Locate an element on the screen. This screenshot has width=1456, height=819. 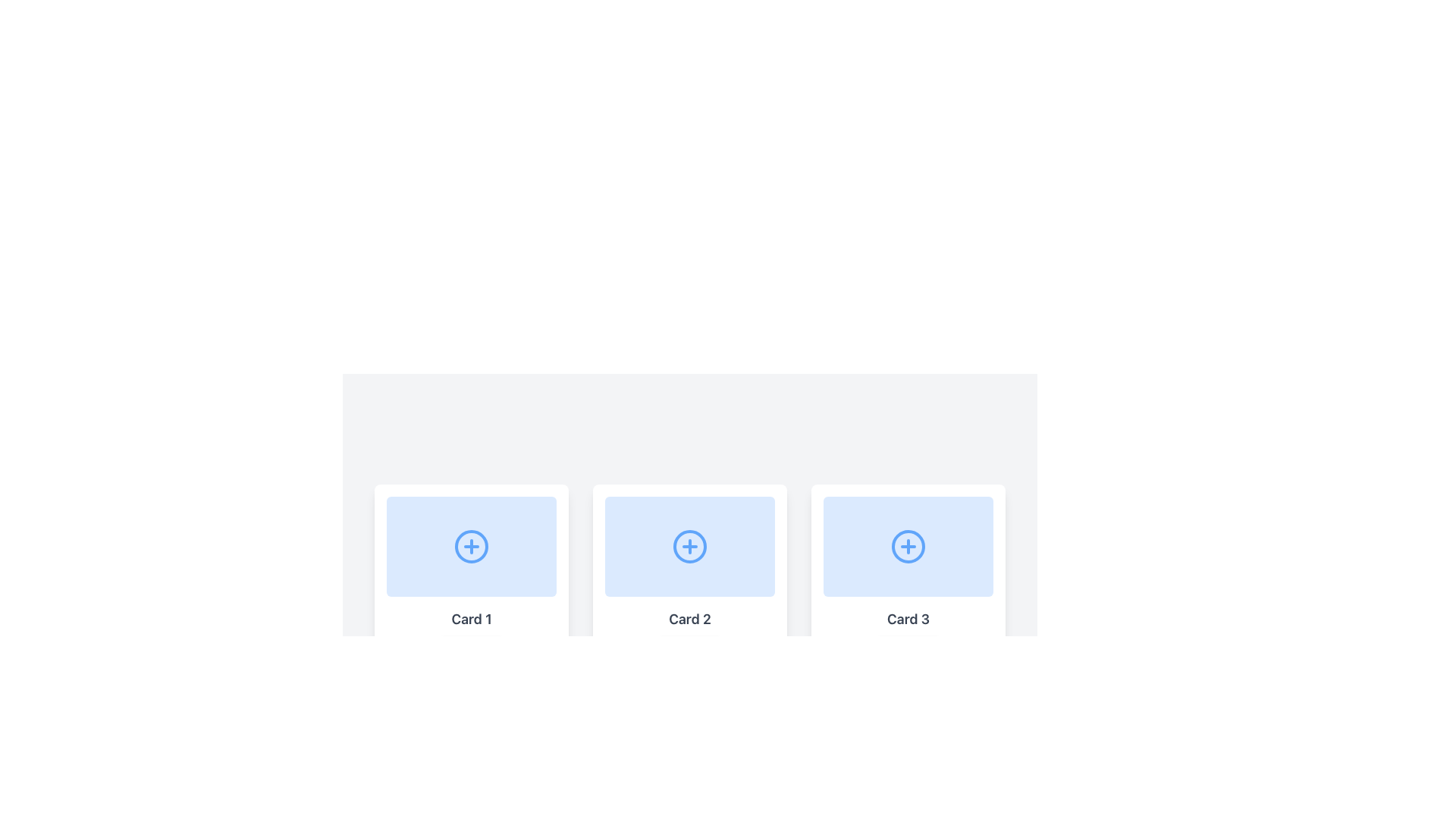
the circular icon button with a blue border and a plus sign (+) symbol in the center is located at coordinates (689, 547).